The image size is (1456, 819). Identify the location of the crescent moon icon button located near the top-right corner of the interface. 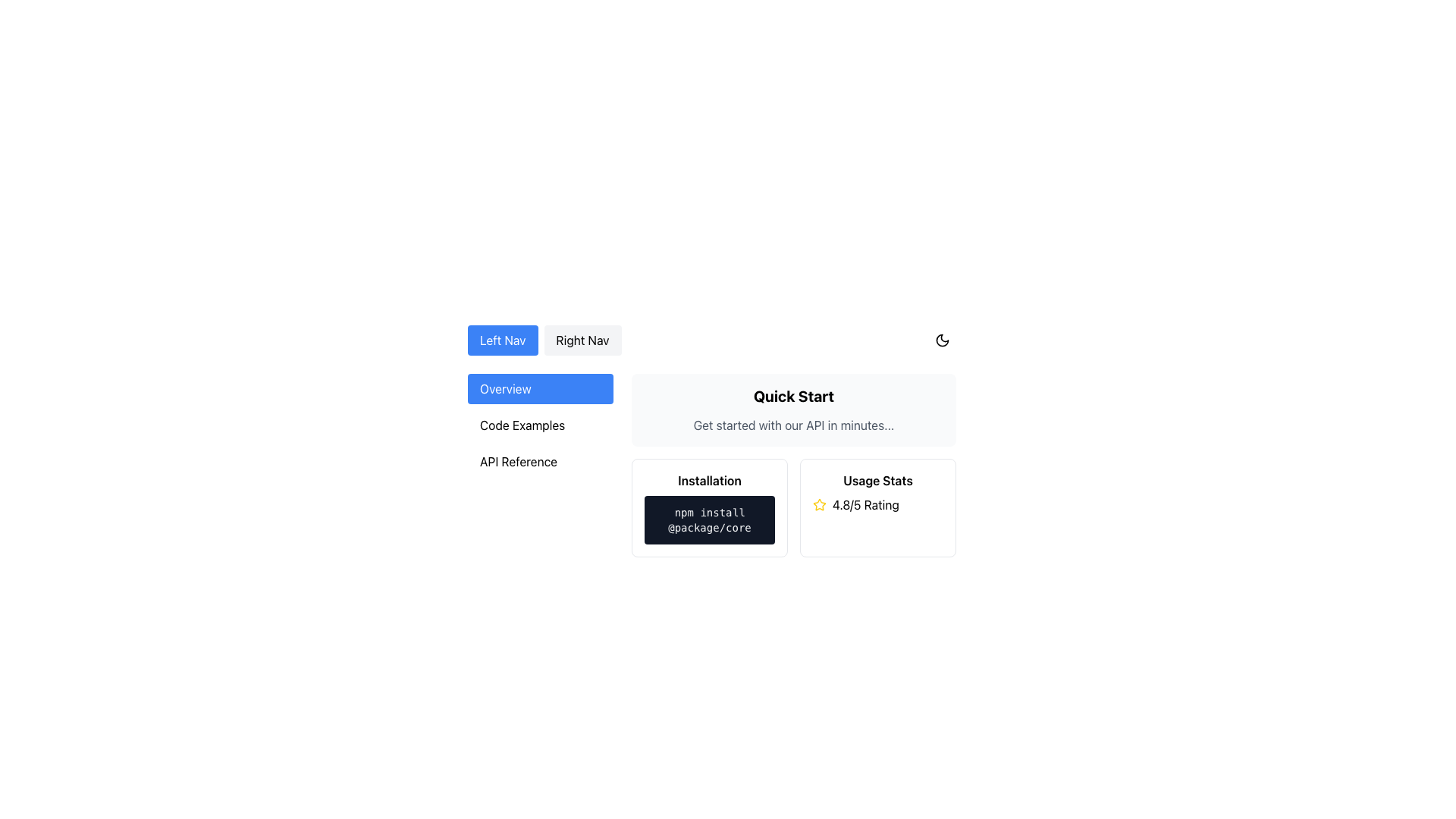
(942, 339).